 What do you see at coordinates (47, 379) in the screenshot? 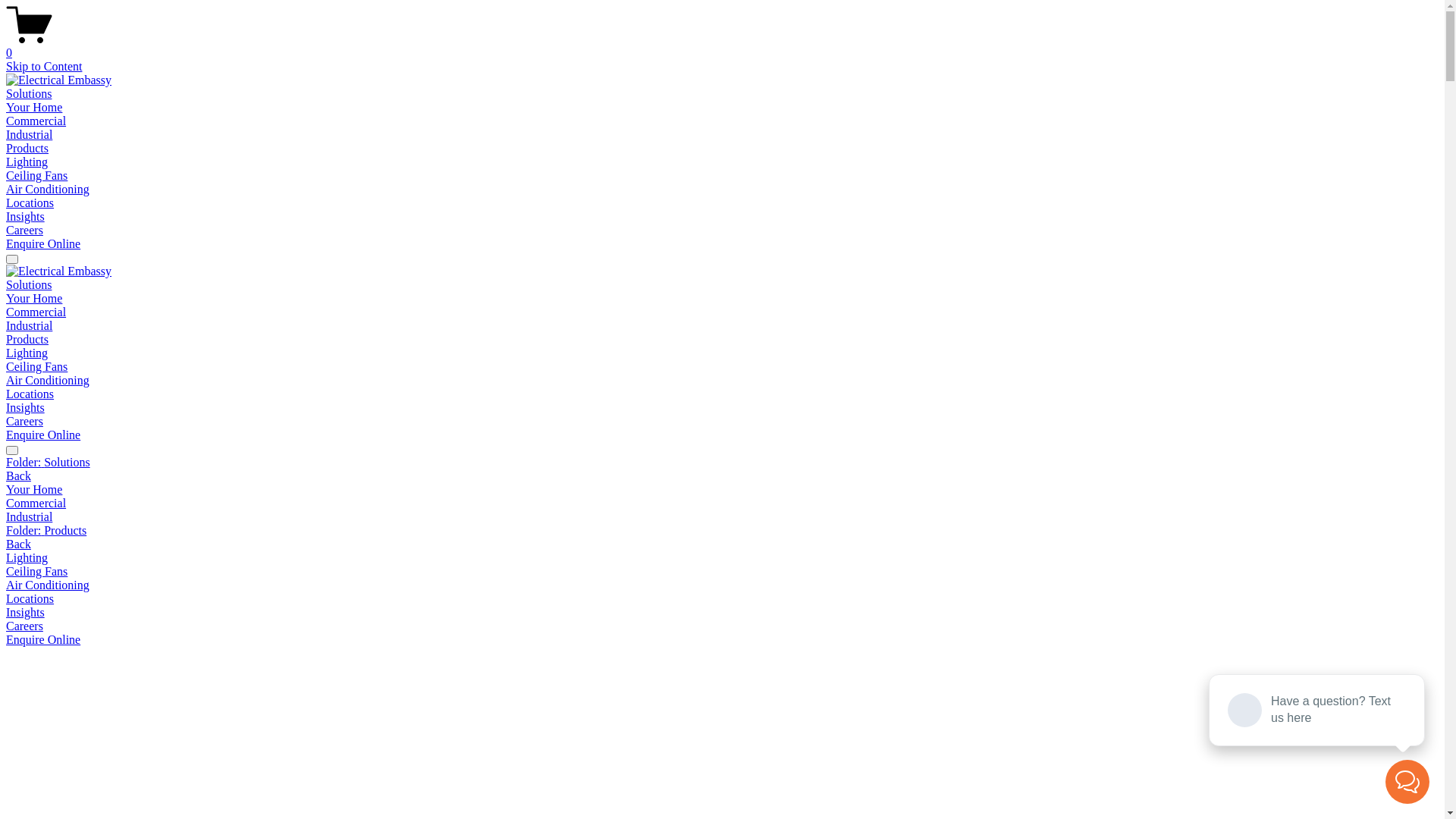
I see `'Air Conditioning'` at bounding box center [47, 379].